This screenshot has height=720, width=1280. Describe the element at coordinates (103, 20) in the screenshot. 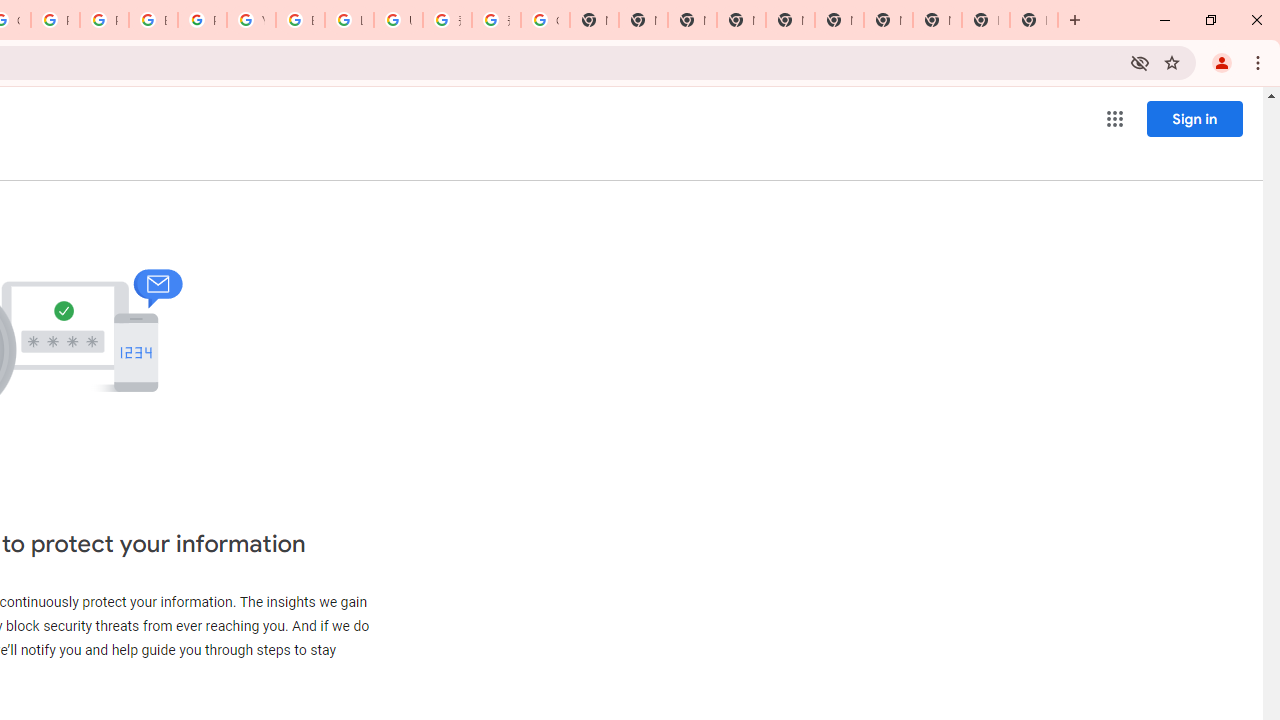

I see `'Privacy Help Center - Policies Help'` at that location.